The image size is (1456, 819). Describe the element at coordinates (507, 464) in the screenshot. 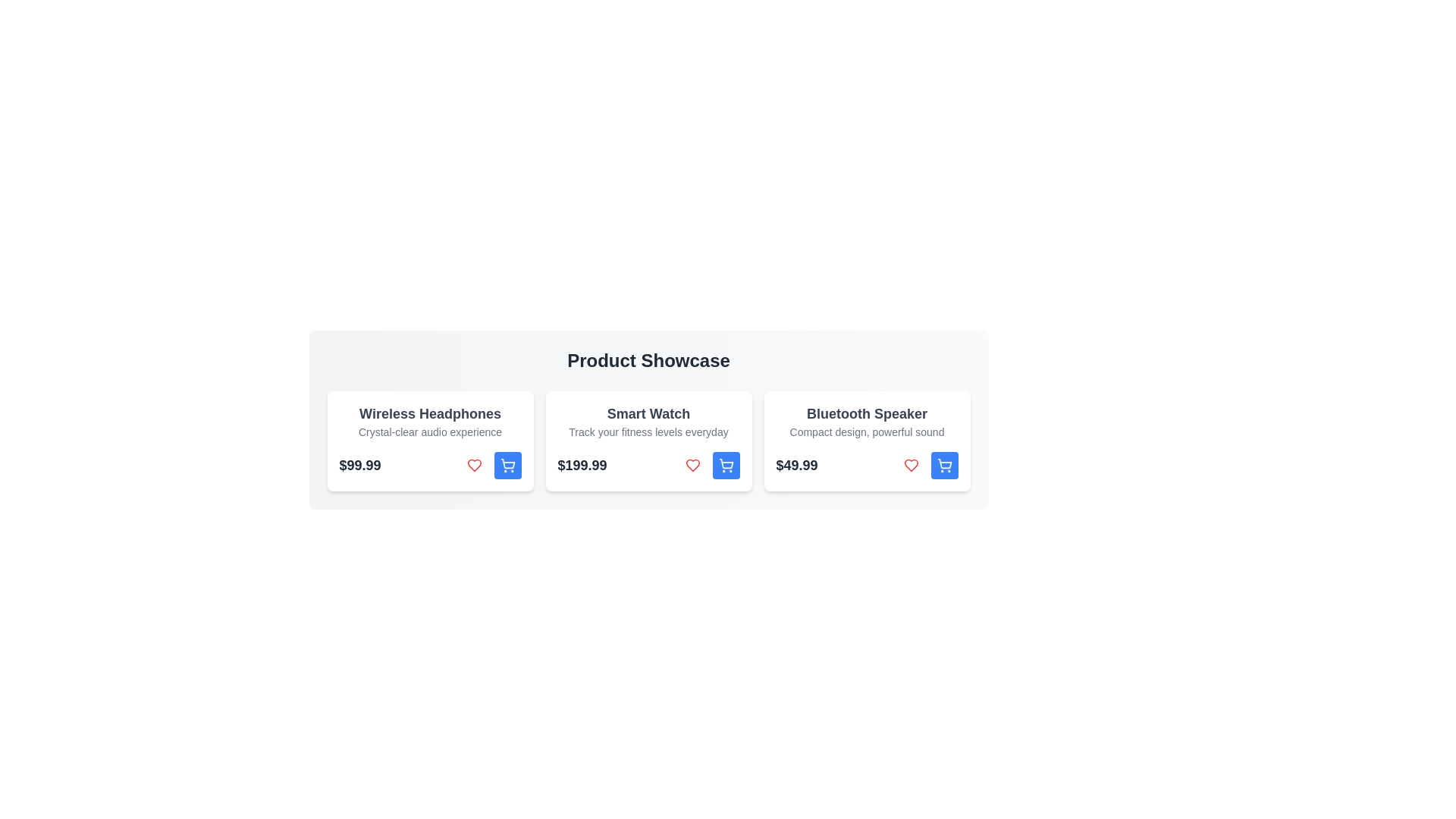

I see `add-to-cart button for the product Wireless Headphones` at that location.